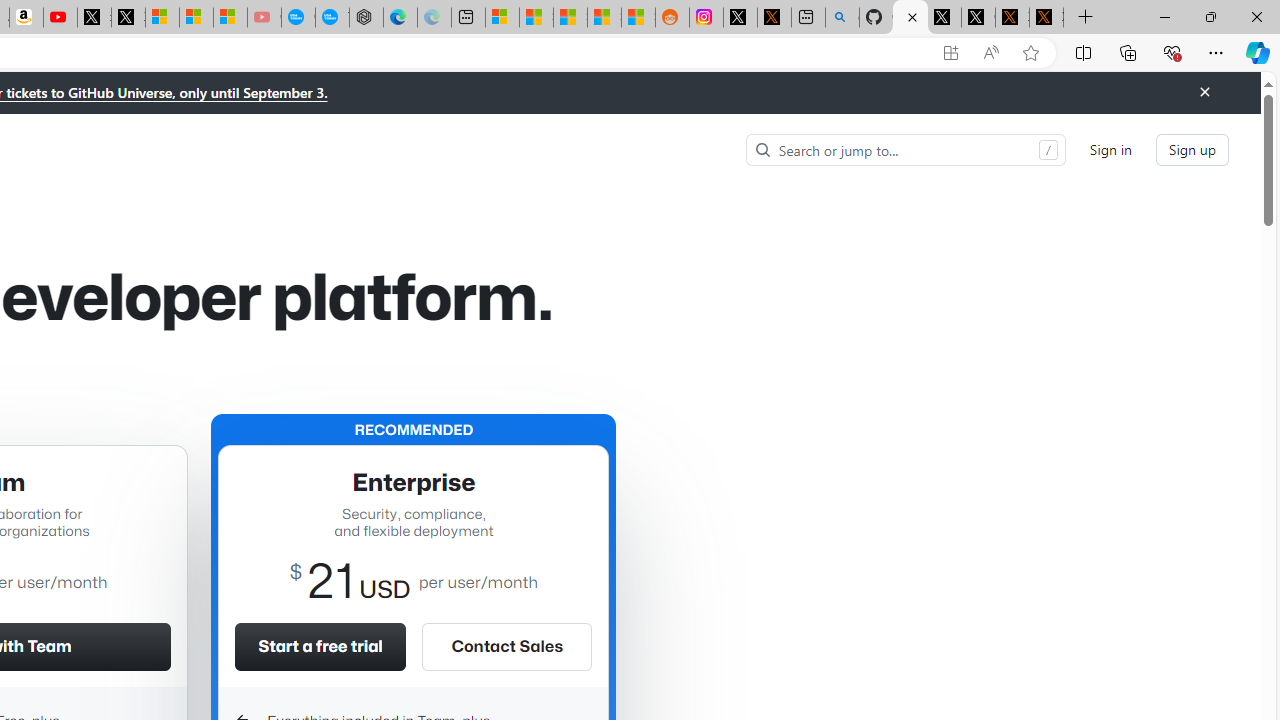  What do you see at coordinates (60, 17) in the screenshot?
I see `'Day 1: Arriving in Yemen (surreal to be here) - YouTube'` at bounding box center [60, 17].